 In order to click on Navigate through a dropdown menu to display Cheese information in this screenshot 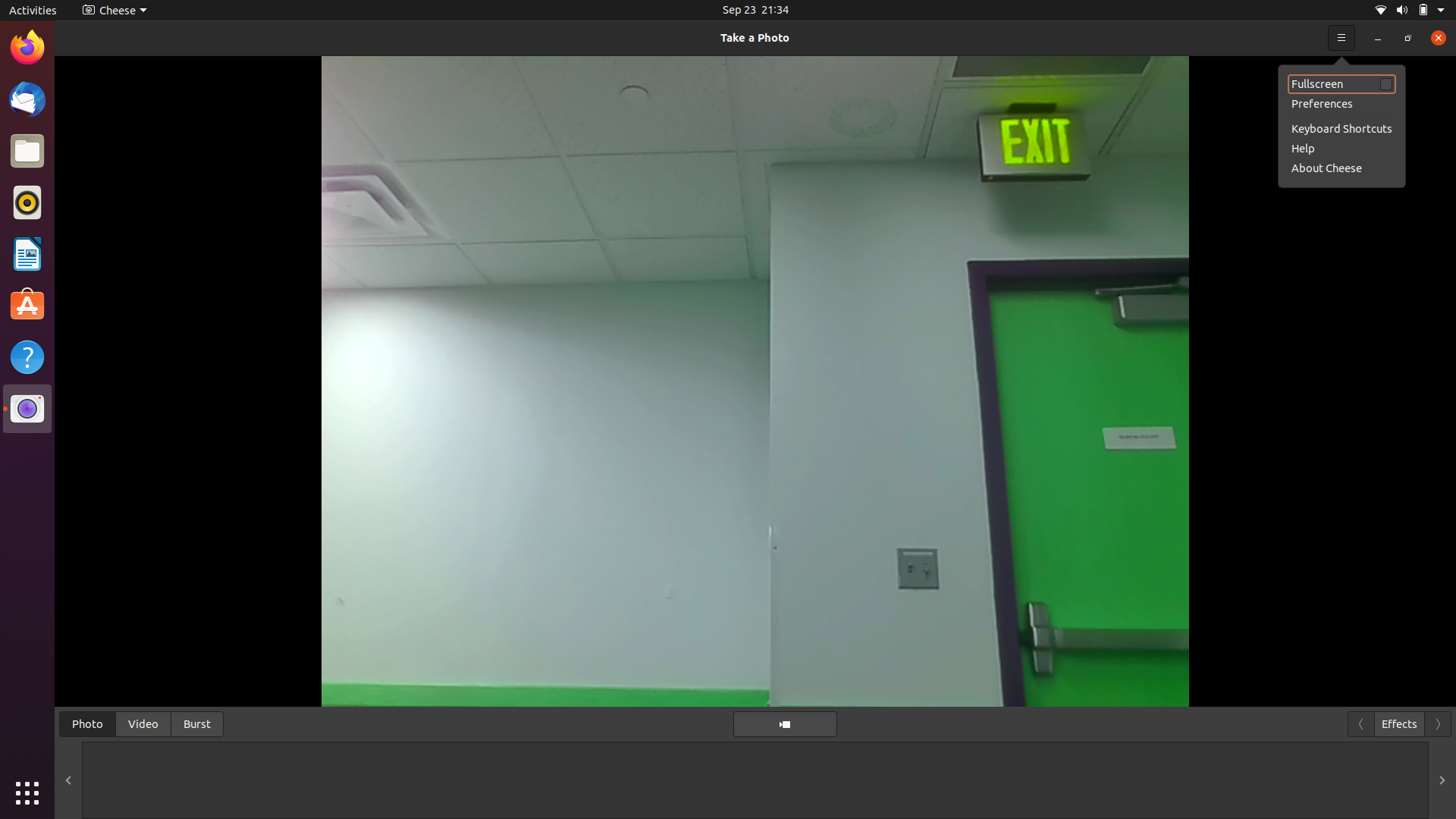, I will do `click(1433, 36)`.